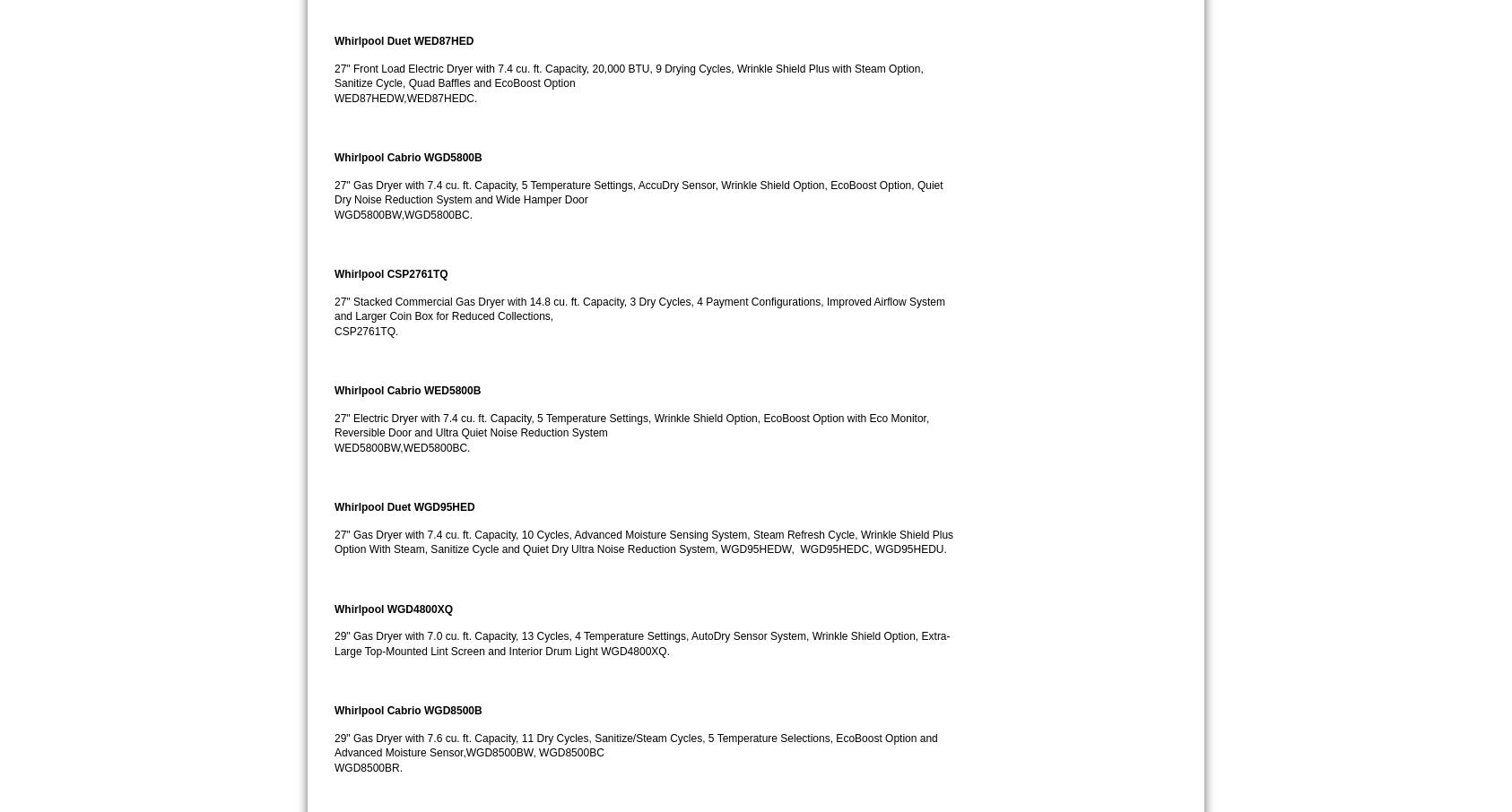  Describe the element at coordinates (403, 214) in the screenshot. I see `'WGD5800BW,WGD5800BC.'` at that location.